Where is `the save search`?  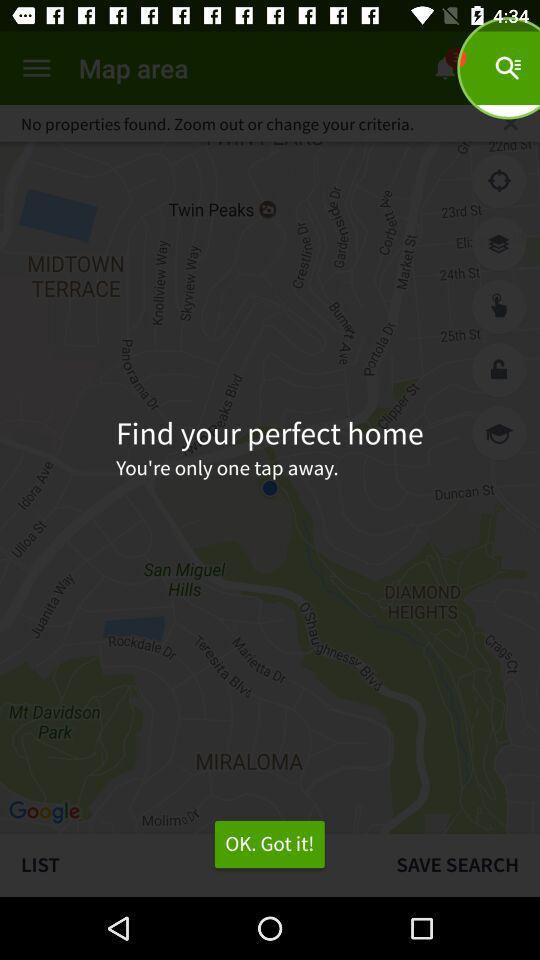
the save search is located at coordinates (457, 864).